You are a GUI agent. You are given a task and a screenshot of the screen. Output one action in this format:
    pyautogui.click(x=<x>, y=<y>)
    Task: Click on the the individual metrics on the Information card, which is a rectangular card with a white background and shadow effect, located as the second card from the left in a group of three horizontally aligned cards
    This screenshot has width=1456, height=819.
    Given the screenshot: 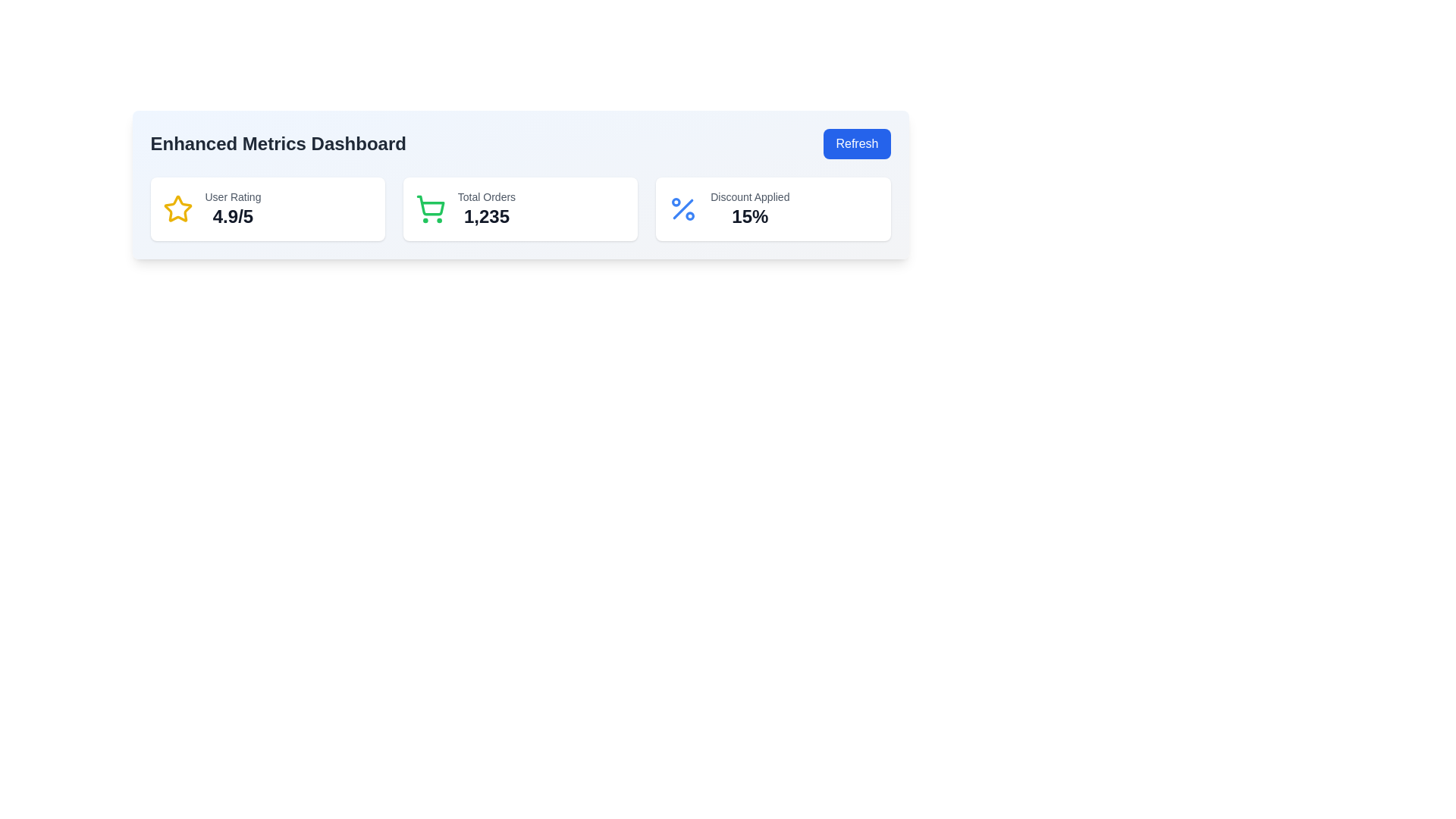 What is the action you would take?
    pyautogui.click(x=520, y=209)
    